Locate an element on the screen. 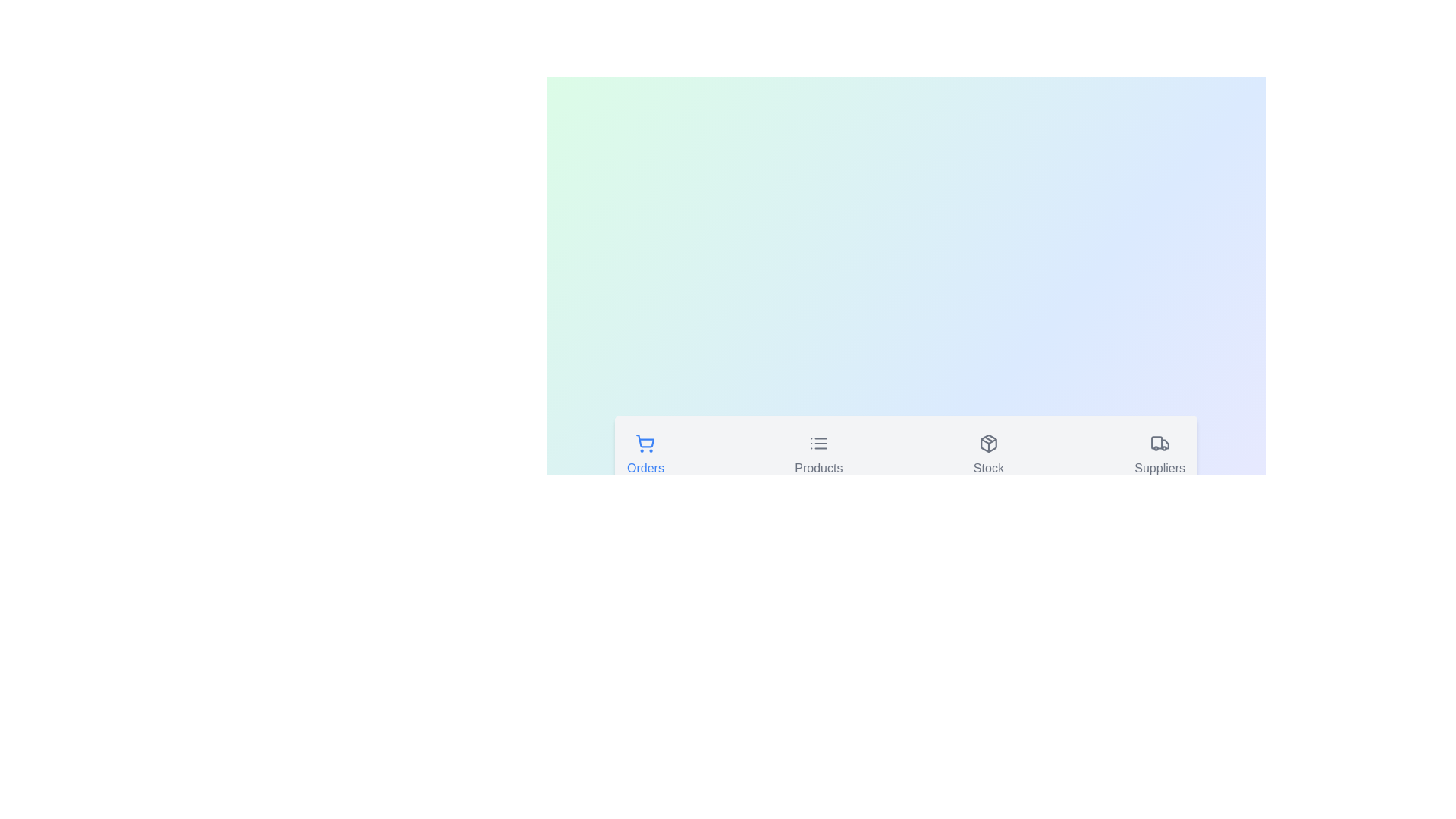 This screenshot has height=819, width=1456. the icon of the Products tab is located at coordinates (817, 456).